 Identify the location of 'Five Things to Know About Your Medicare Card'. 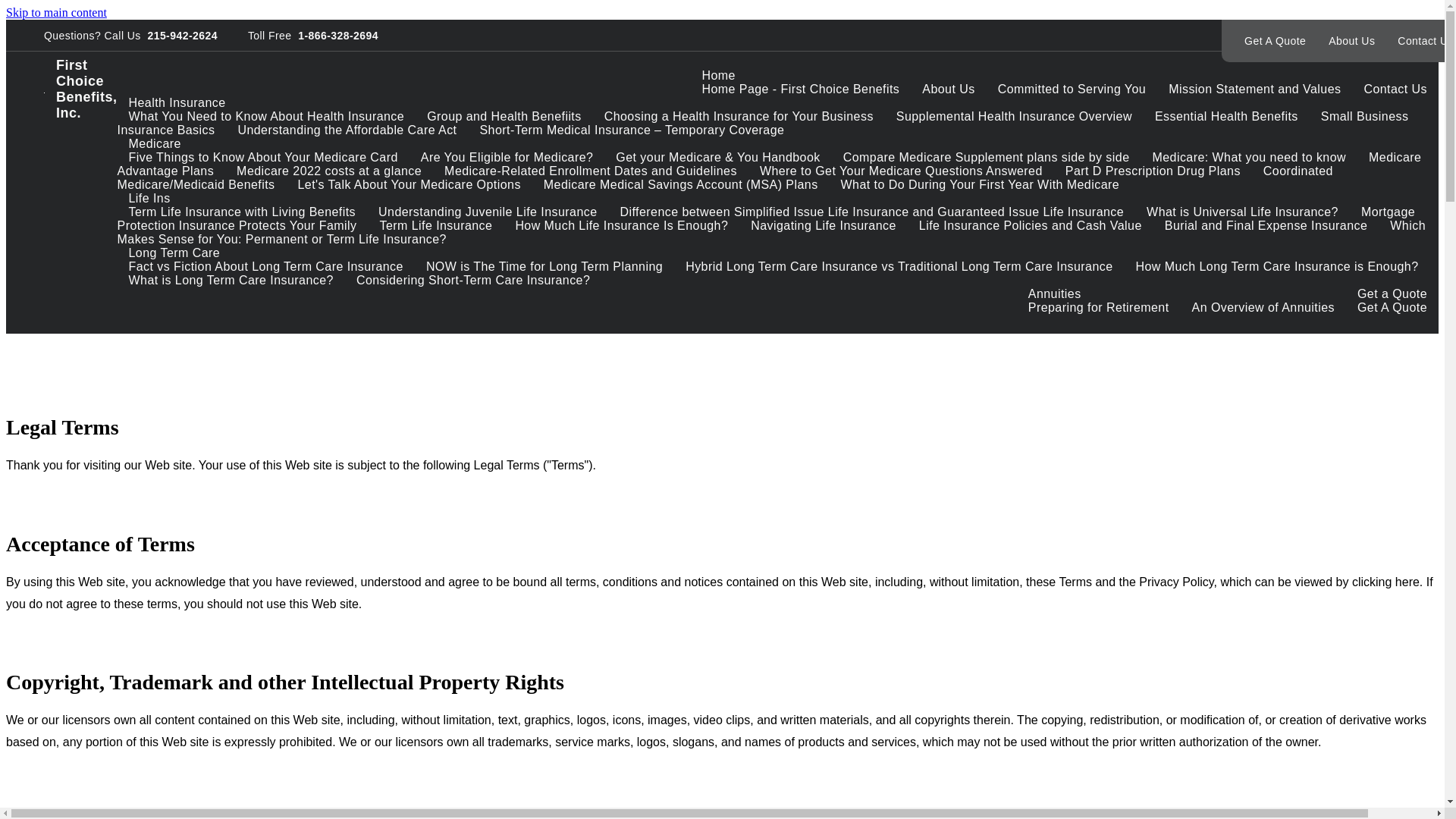
(263, 157).